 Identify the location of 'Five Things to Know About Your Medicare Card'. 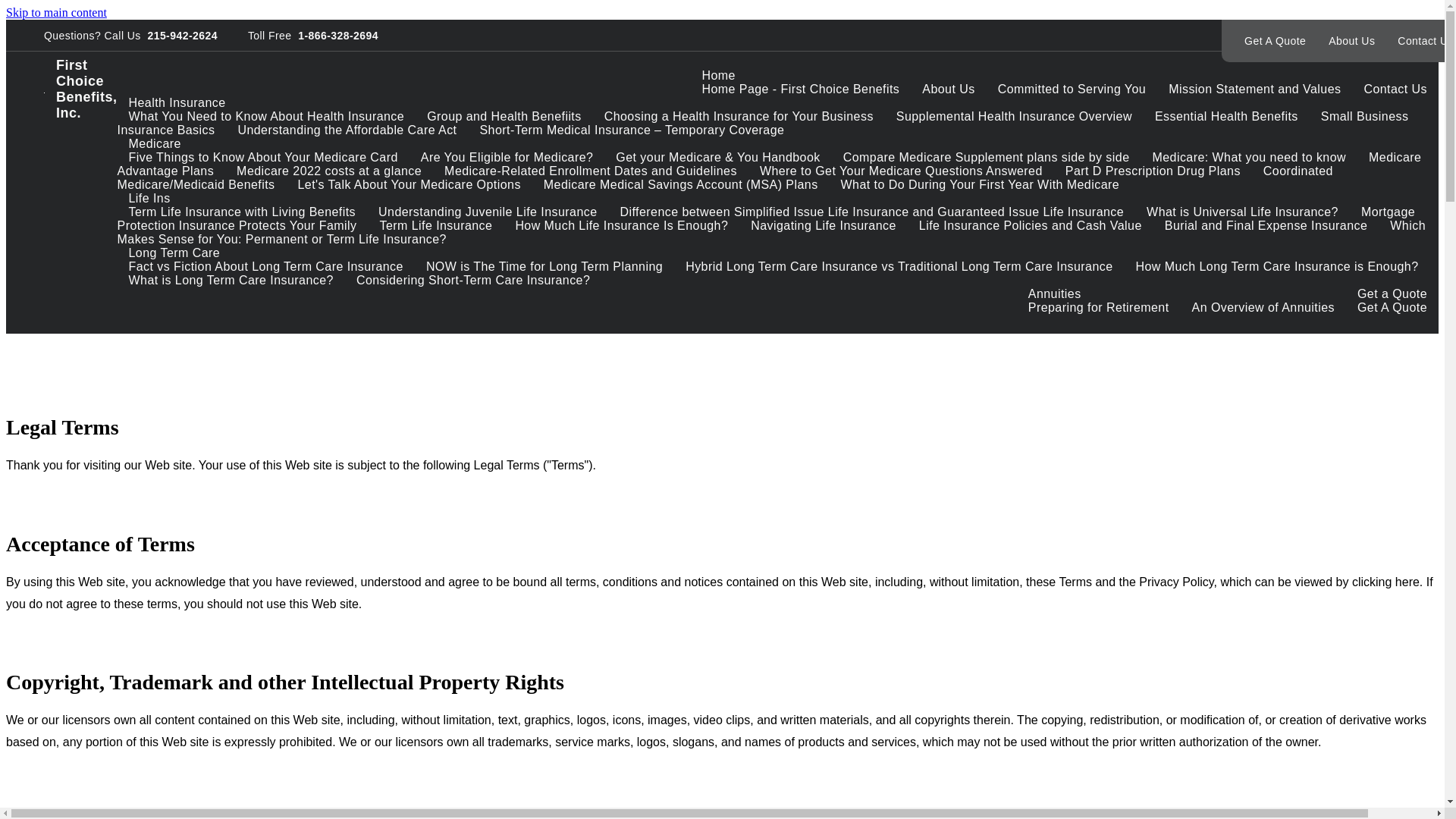
(263, 157).